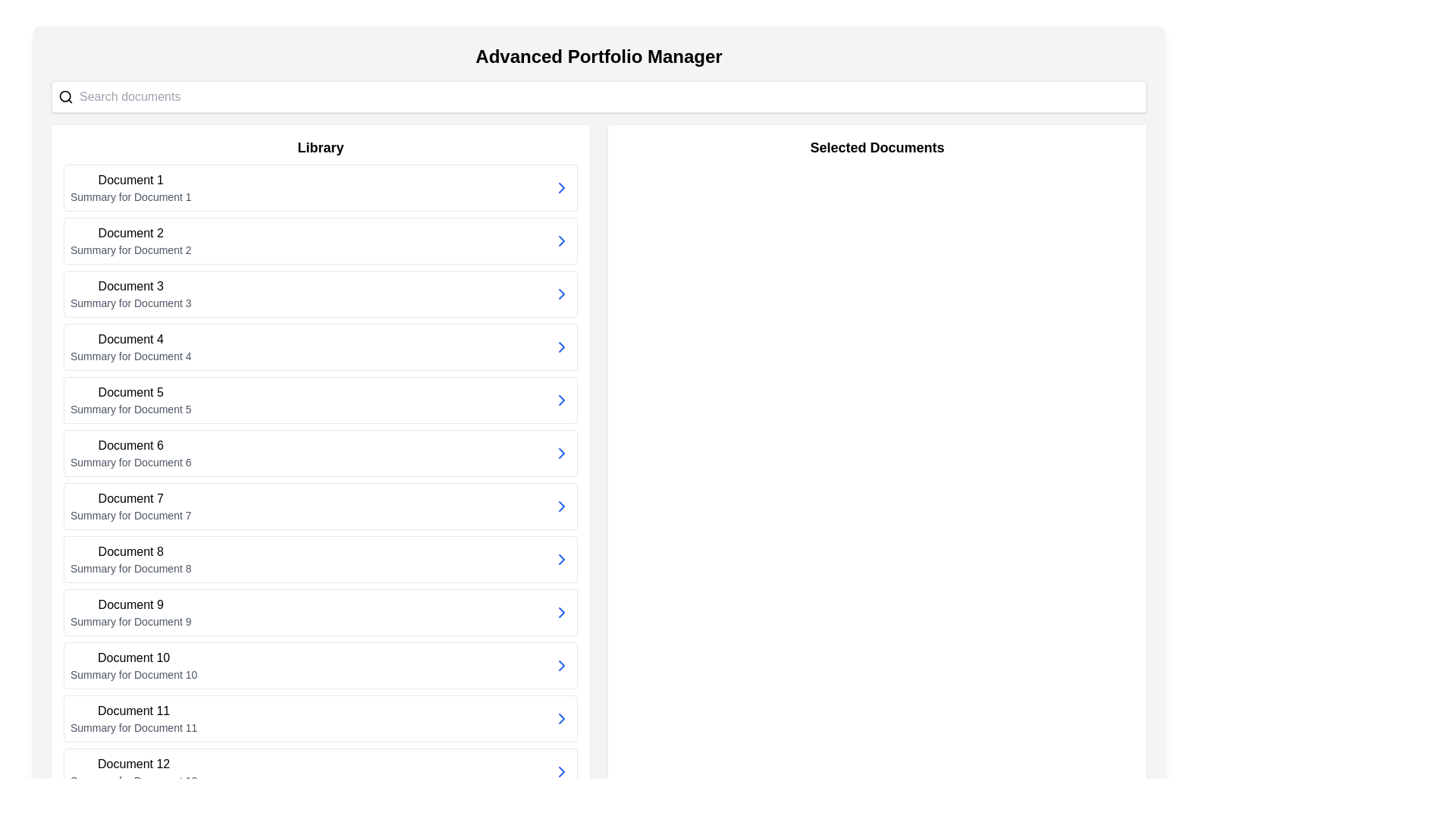  What do you see at coordinates (319, 294) in the screenshot?
I see `the list item titled 'Document 3' in the Library section` at bounding box center [319, 294].